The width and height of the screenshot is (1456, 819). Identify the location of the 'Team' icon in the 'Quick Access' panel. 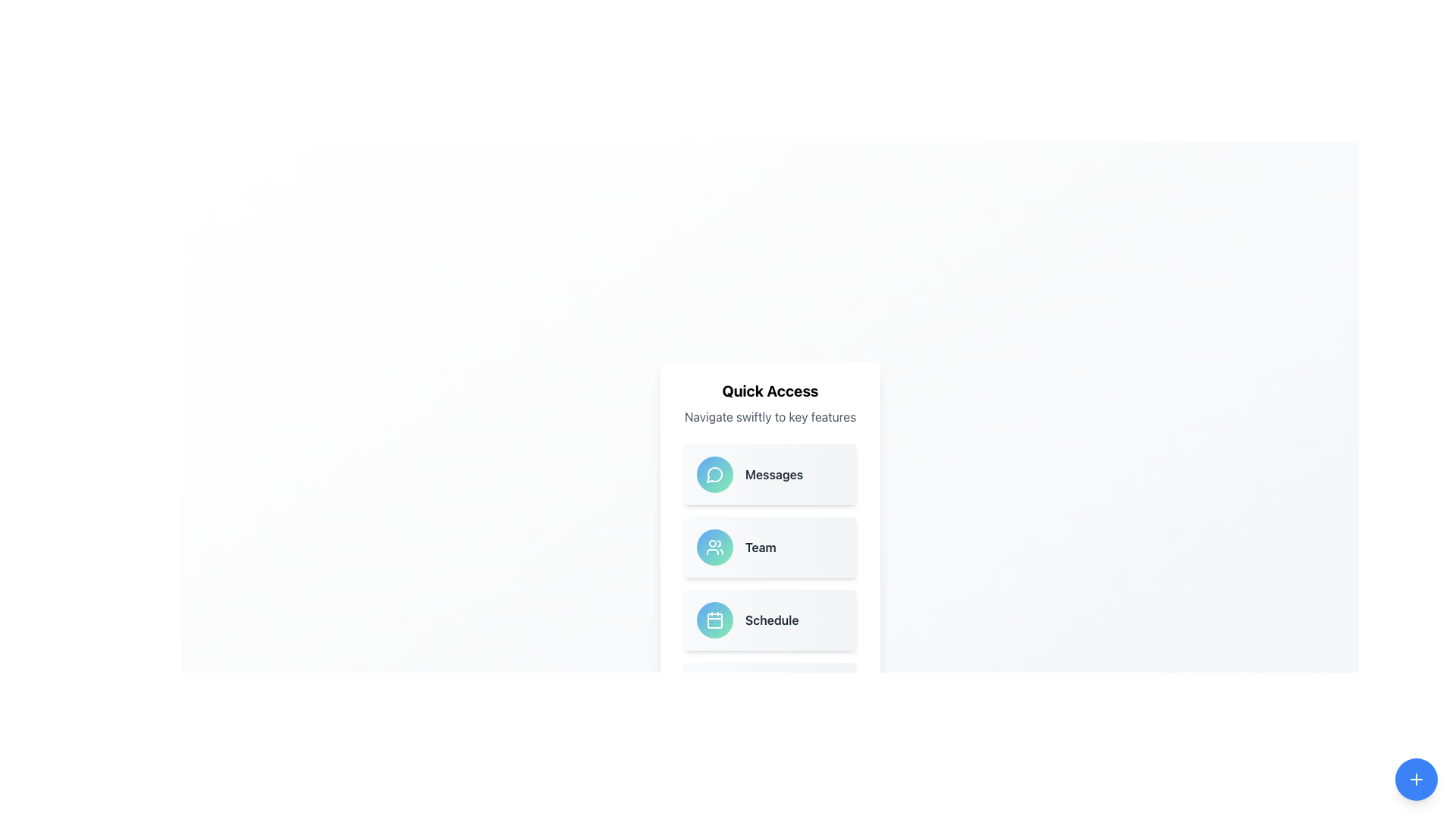
(714, 547).